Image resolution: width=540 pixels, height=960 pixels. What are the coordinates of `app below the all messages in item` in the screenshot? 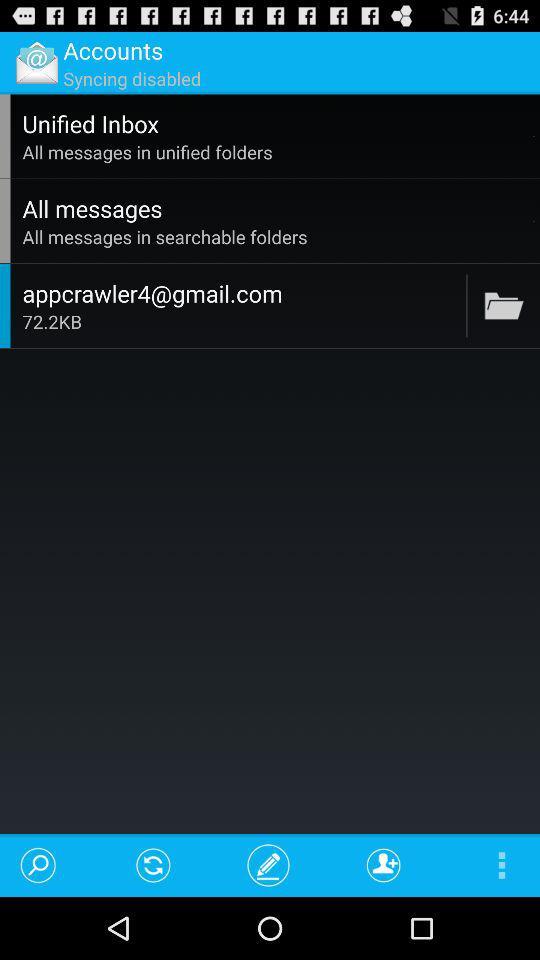 It's located at (466, 305).